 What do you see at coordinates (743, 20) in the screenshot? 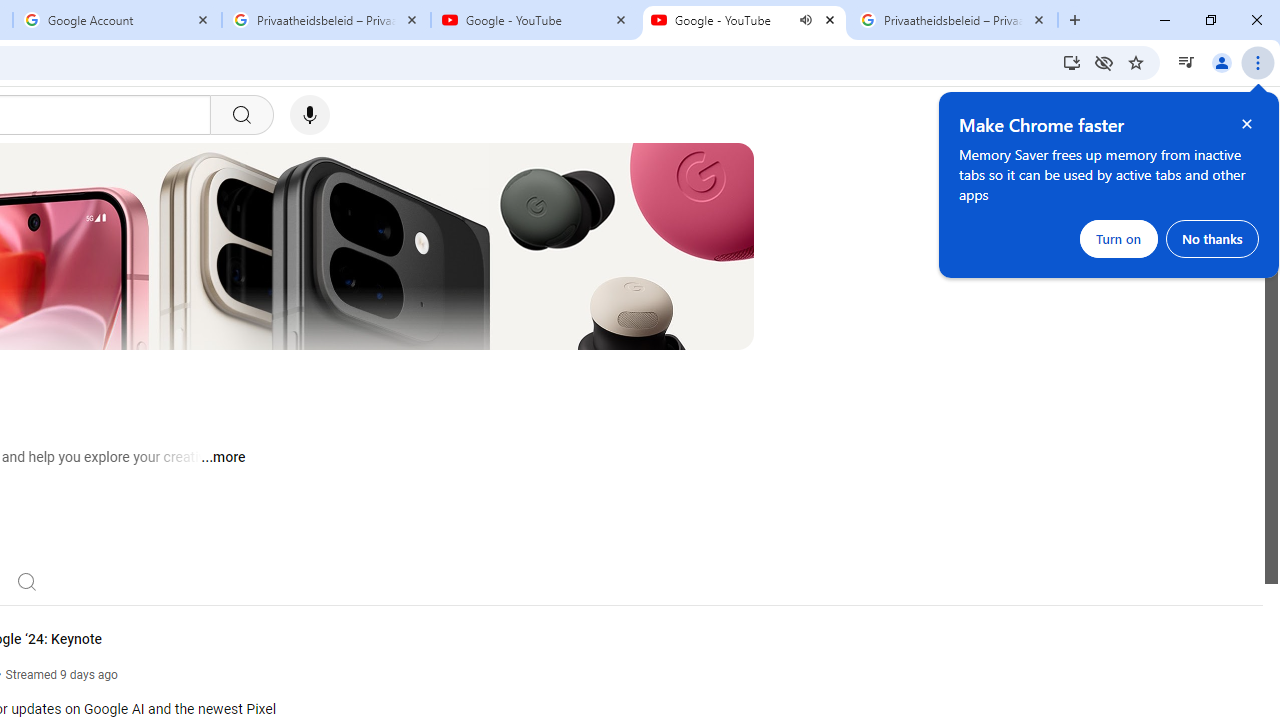
I see `'Google - YouTube - Audio playing'` at bounding box center [743, 20].